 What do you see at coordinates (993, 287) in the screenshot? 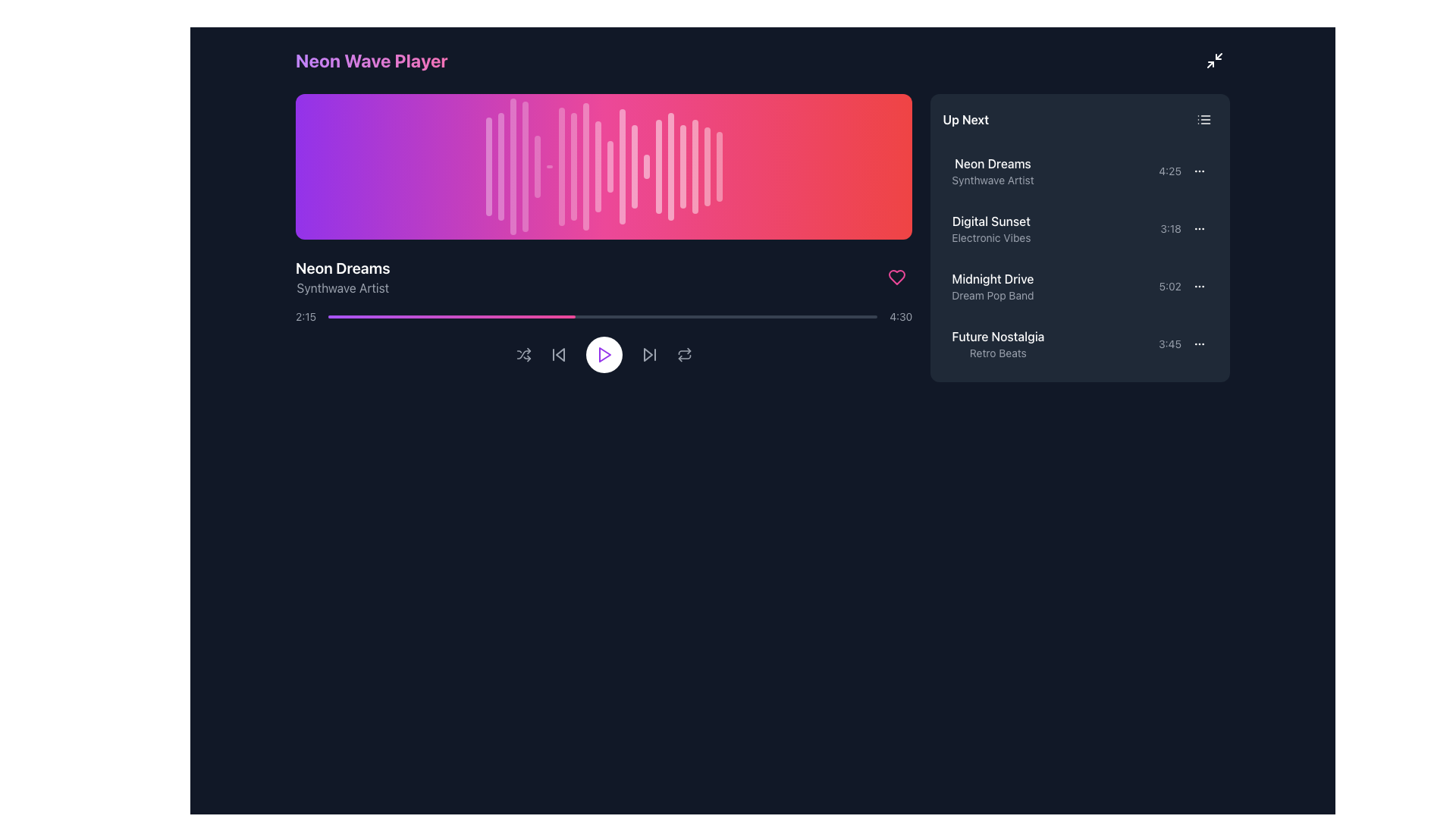
I see `the text block displaying 'Midnight Drive' and 'Dream Pop Band'` at bounding box center [993, 287].